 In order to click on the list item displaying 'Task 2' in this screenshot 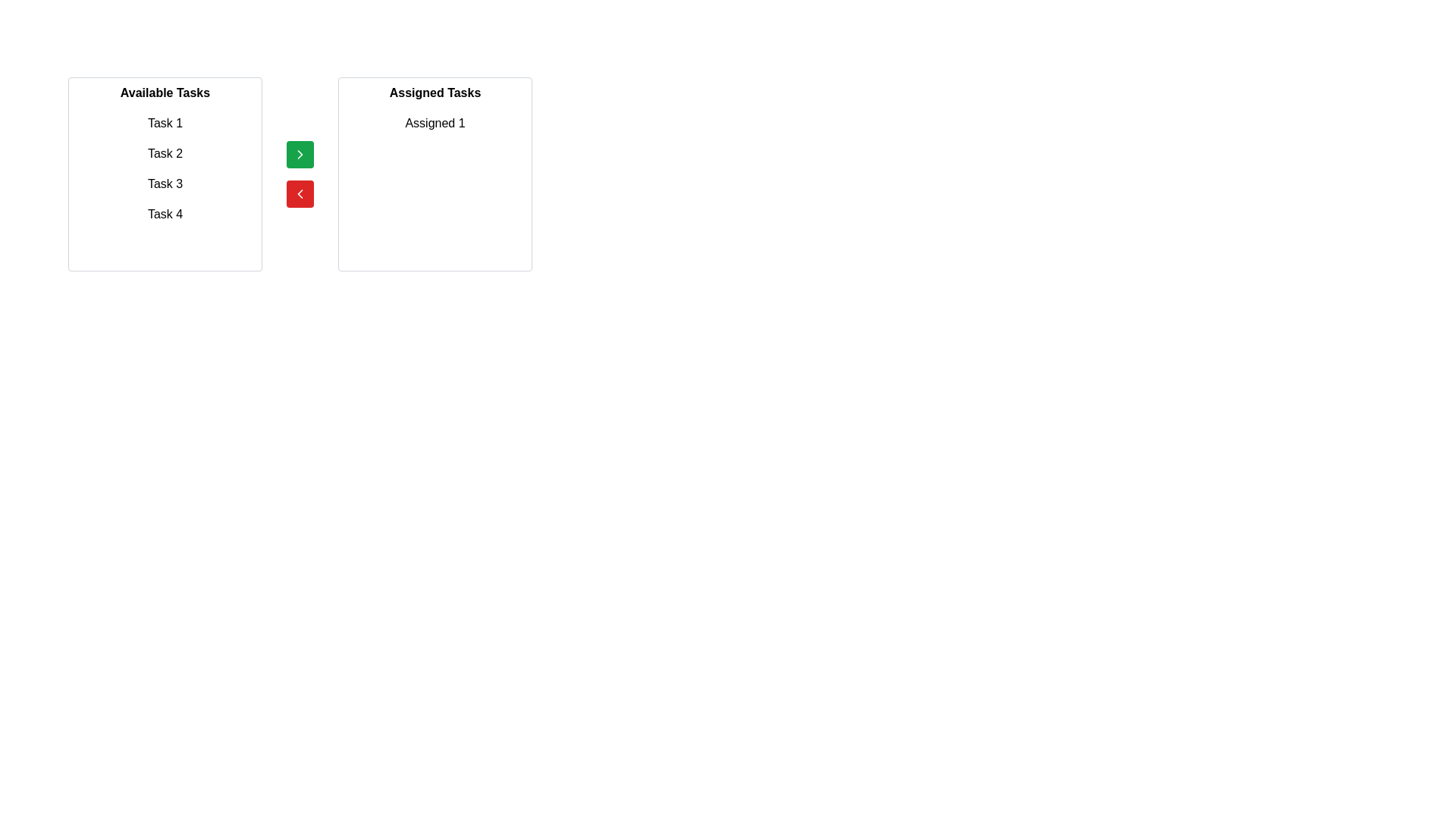, I will do `click(165, 154)`.